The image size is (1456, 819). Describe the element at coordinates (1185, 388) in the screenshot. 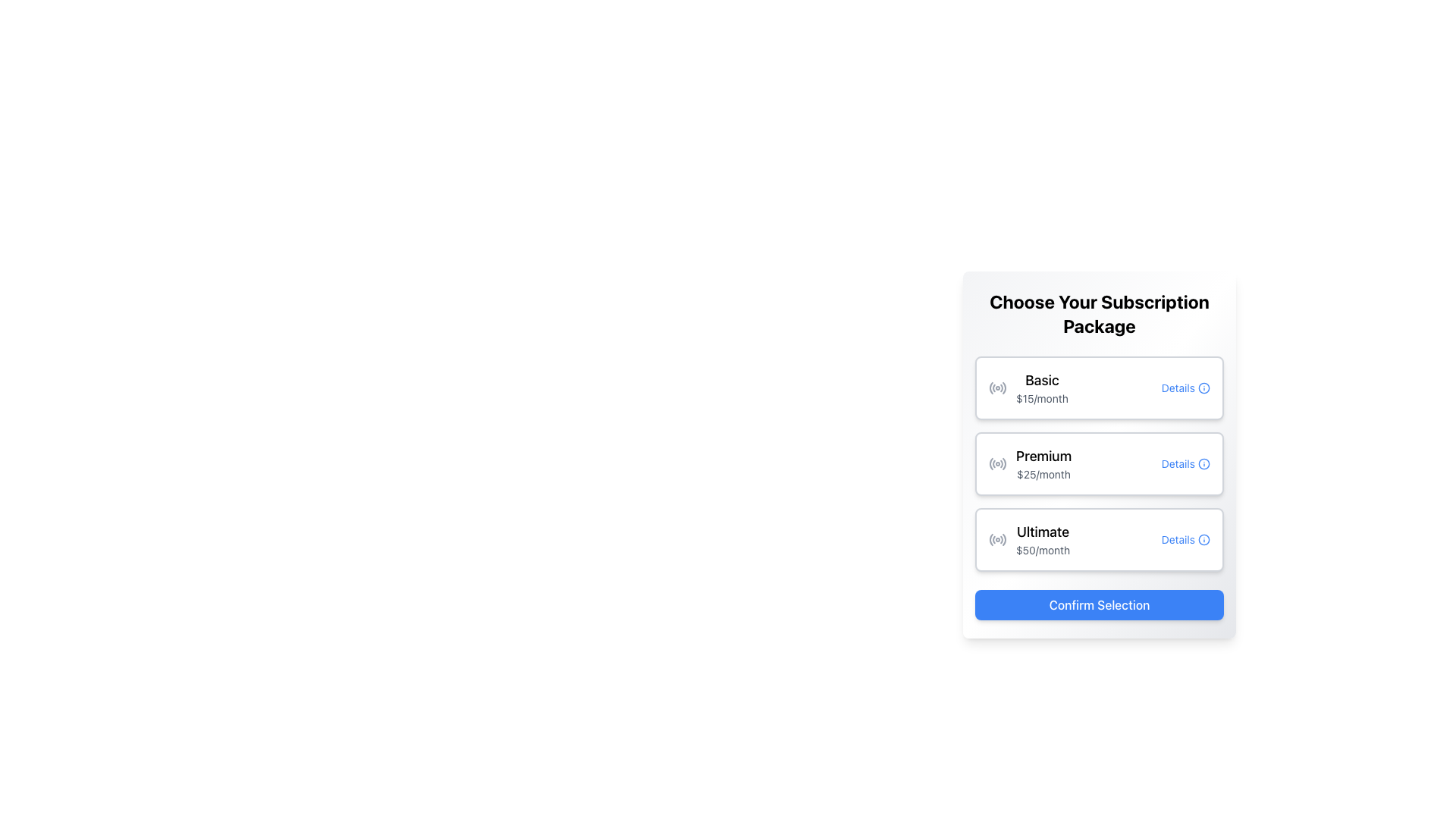

I see `the interactive text link labeled 'Details' with an info icon, located to the right of the 'Basic $15/month' text block` at that location.